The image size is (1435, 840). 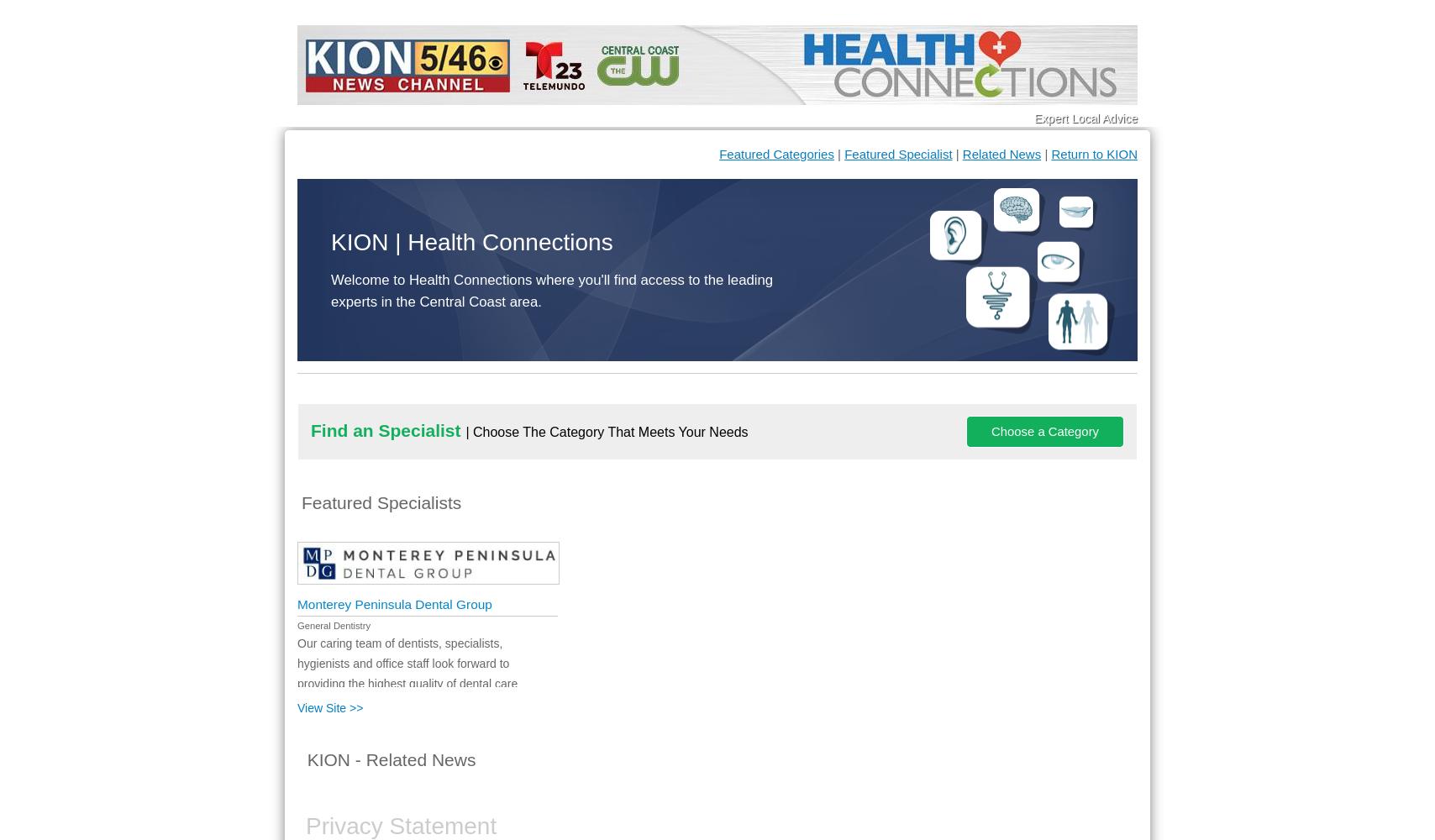 What do you see at coordinates (330, 707) in the screenshot?
I see `'View Site >>'` at bounding box center [330, 707].